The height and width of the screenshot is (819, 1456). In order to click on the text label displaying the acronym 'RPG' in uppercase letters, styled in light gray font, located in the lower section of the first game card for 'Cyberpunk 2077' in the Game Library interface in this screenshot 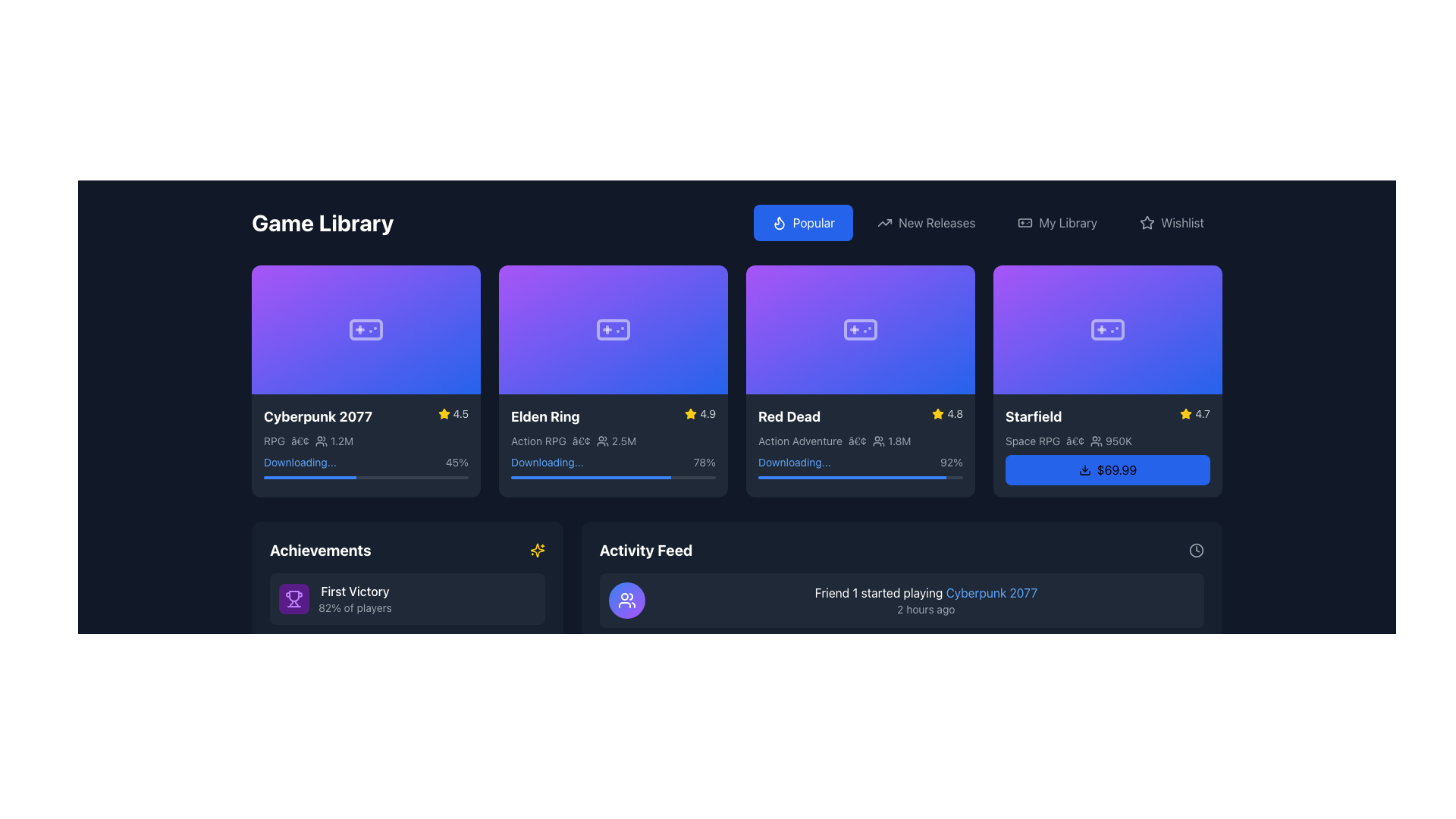, I will do `click(275, 441)`.